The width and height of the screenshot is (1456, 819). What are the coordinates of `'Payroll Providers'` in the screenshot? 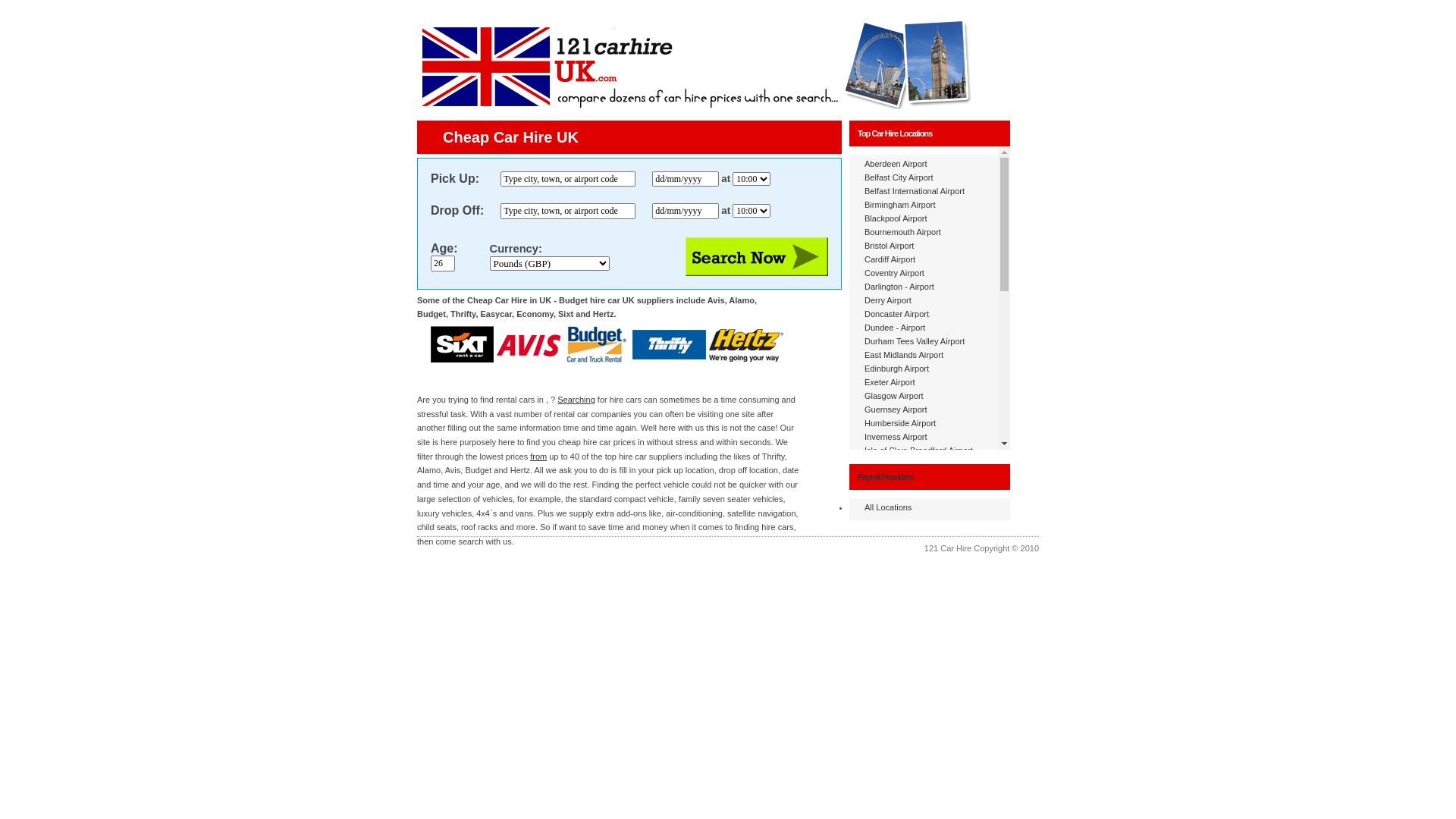 It's located at (858, 475).